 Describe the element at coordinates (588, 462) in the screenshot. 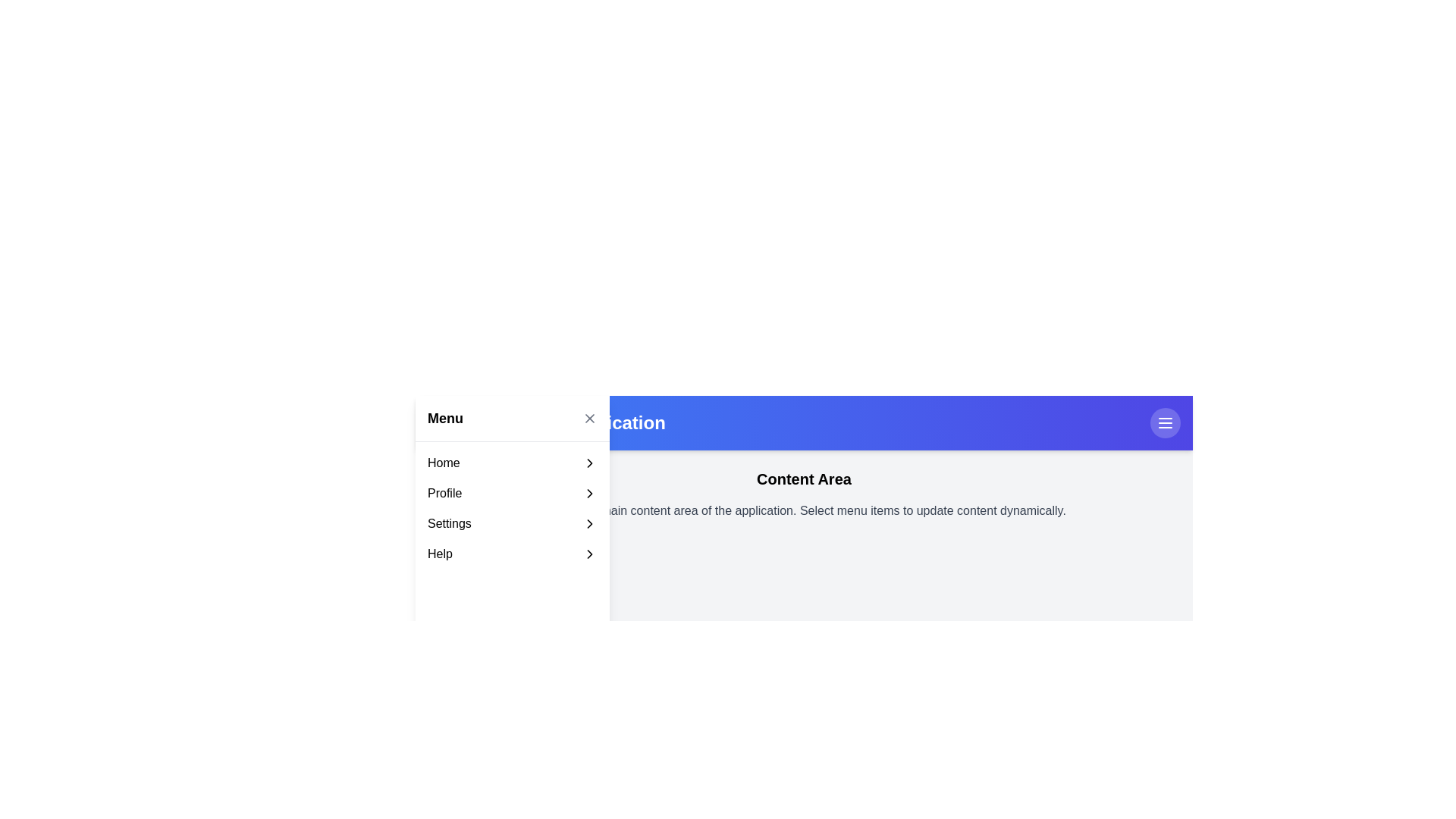

I see `the chevron icon located to the right of the 'Home' menu item in the vertical navigation menu, which indicates that the 'Home' menu can expand or navigate to a dedicated page` at that location.